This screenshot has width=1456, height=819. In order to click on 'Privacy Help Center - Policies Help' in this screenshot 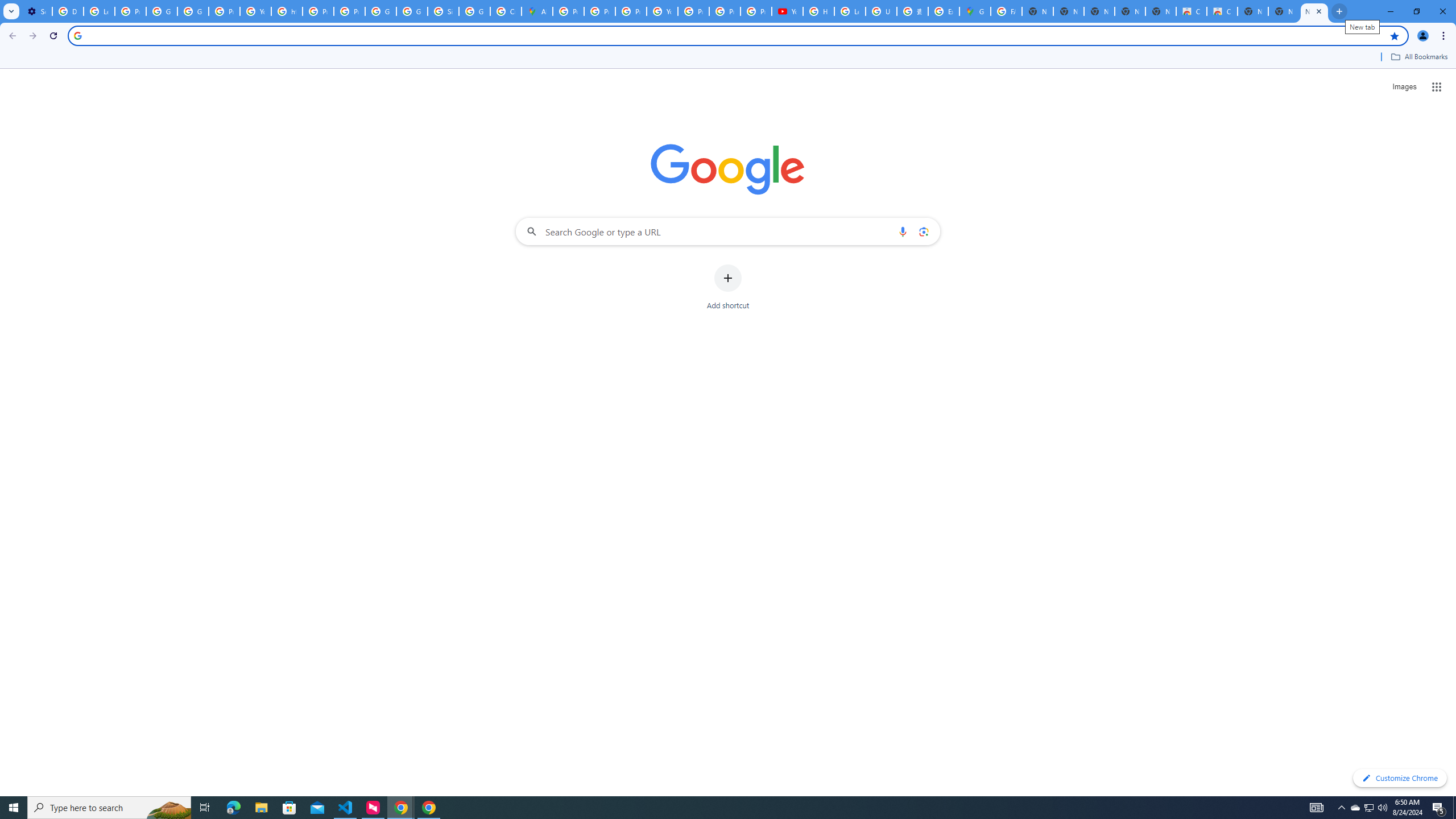, I will do `click(599, 11)`.